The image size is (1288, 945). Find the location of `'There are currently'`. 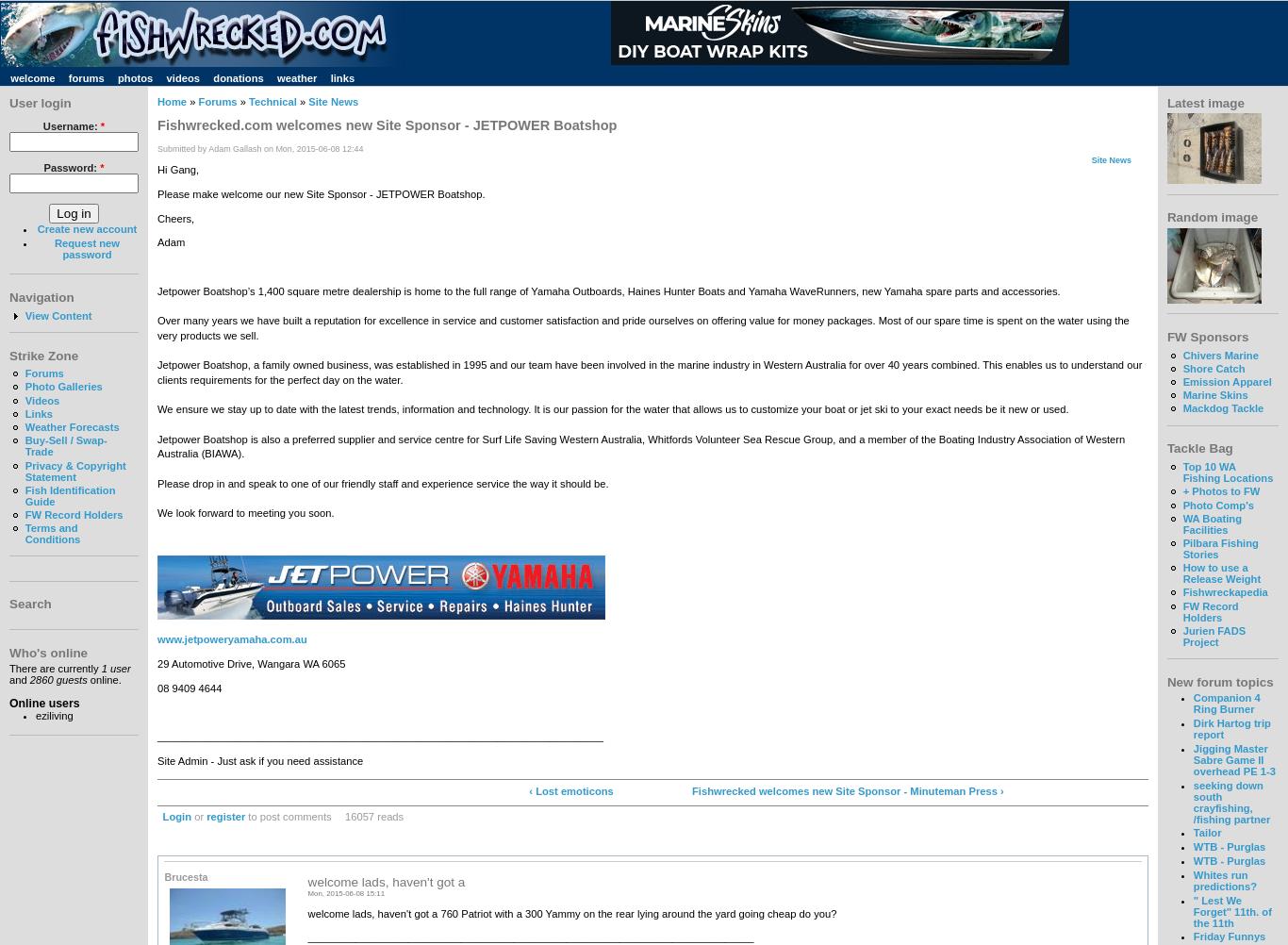

'There are currently' is located at coordinates (8, 669).